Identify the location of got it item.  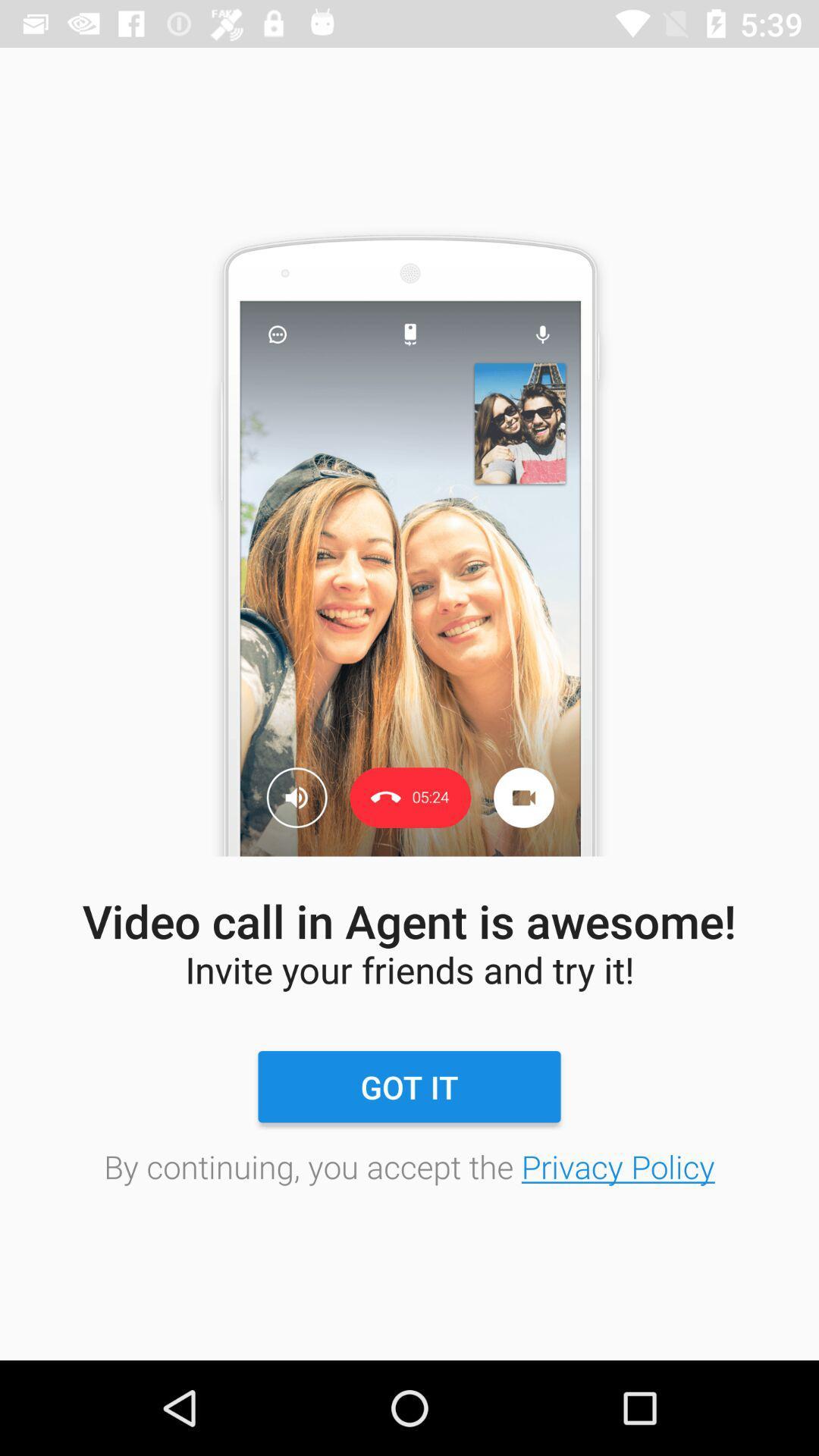
(409, 1086).